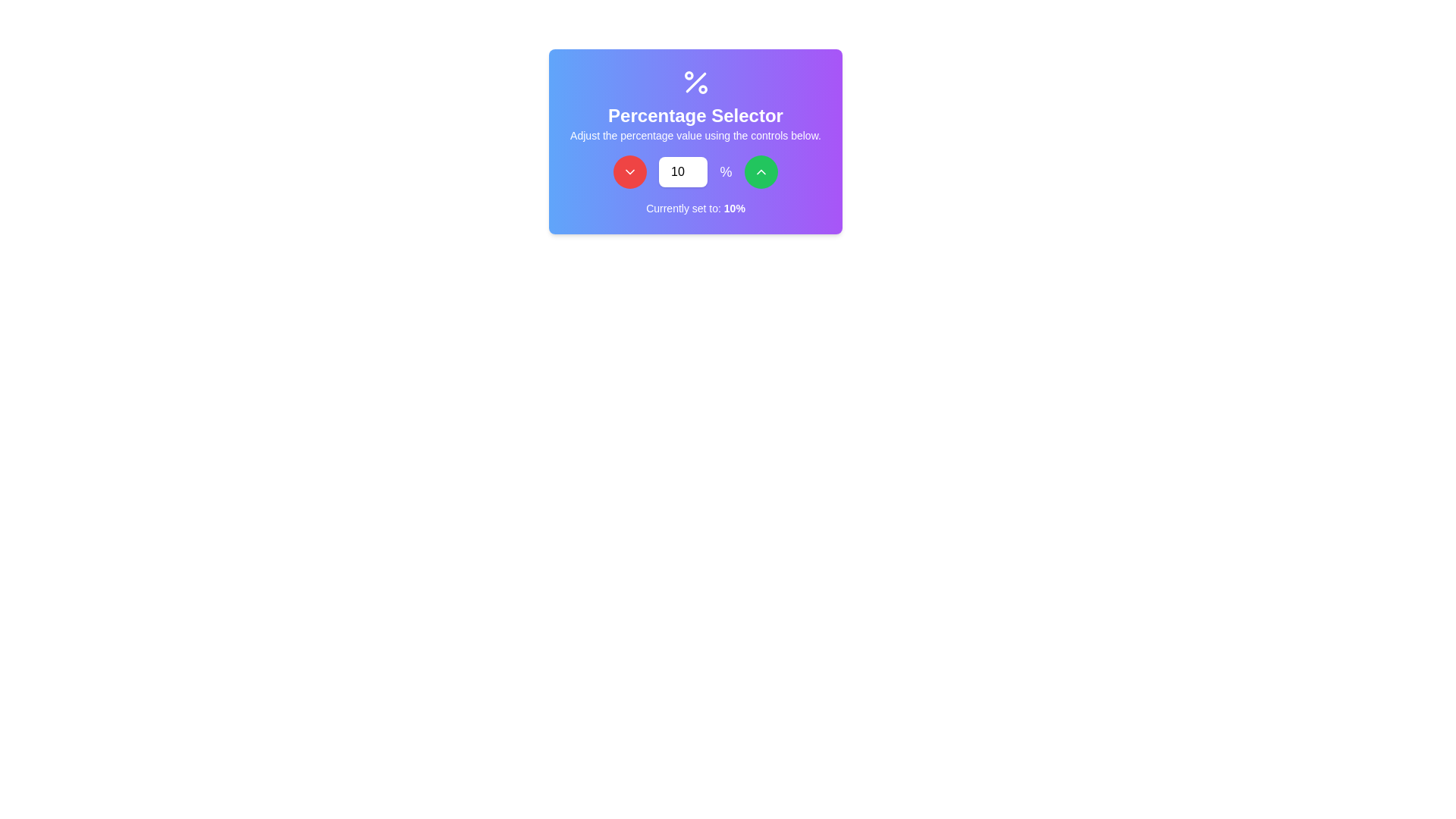 The width and height of the screenshot is (1456, 819). What do you see at coordinates (682, 171) in the screenshot?
I see `the number input box located between the red circular decrement button and the green circular increment button` at bounding box center [682, 171].